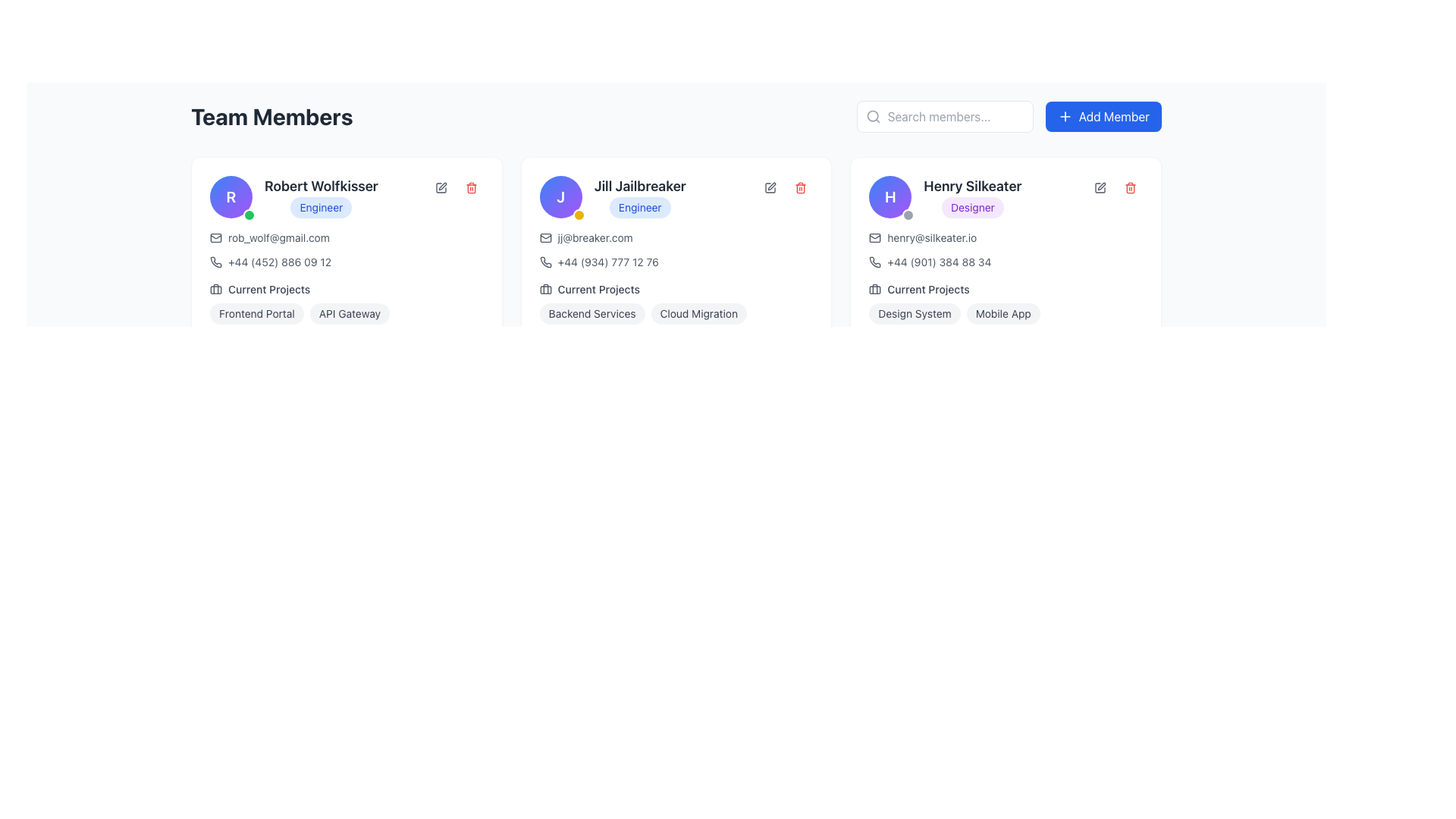  I want to click on the Profile information header for 'Henry Silkeater', so click(1006, 196).